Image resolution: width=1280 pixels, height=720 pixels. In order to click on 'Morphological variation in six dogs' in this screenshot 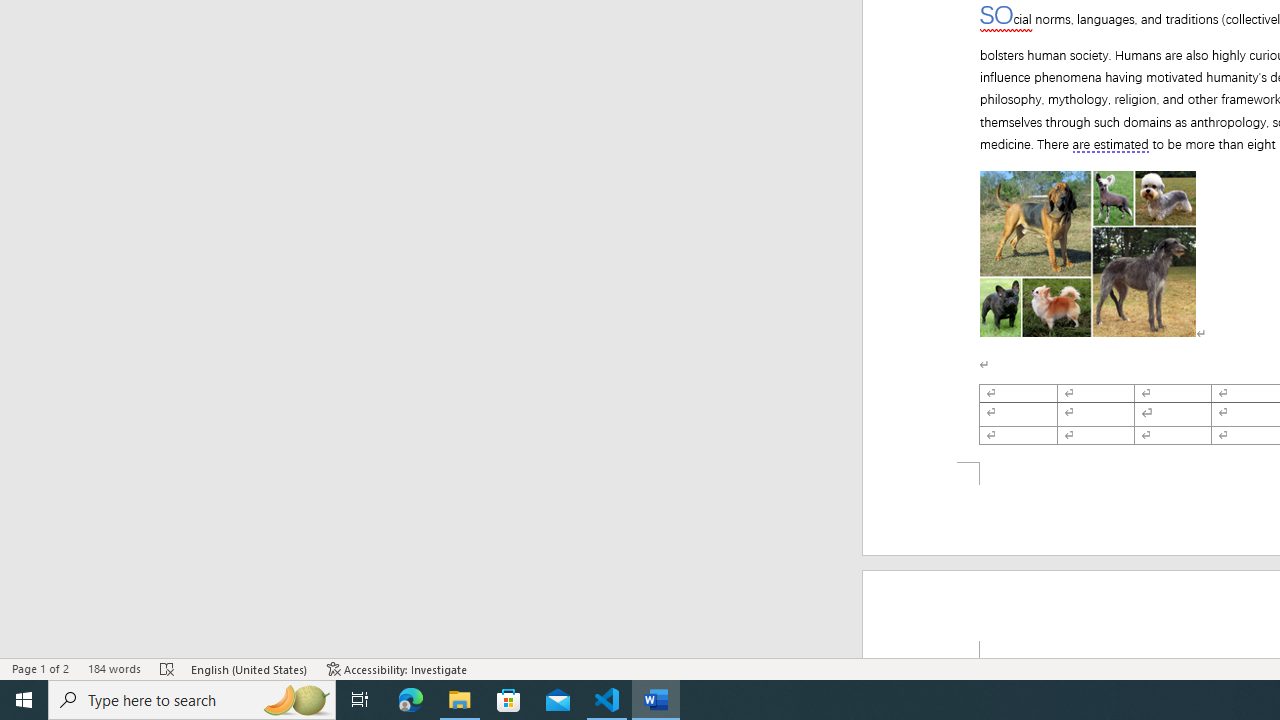, I will do `click(1087, 253)`.